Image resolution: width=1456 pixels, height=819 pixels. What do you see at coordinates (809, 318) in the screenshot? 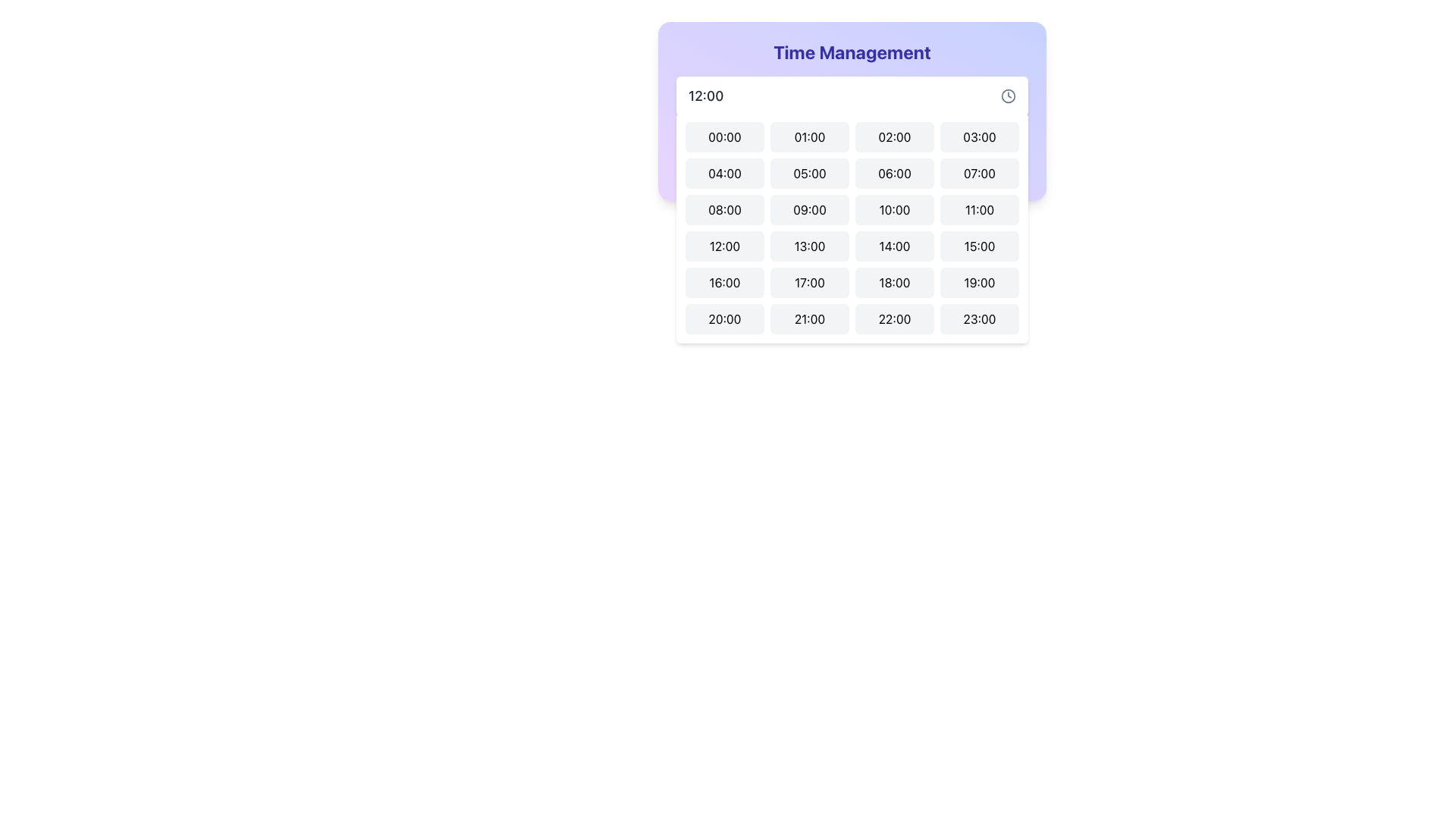
I see `the button that allows the user to select '21:00' in the 'Time Management' popup` at bounding box center [809, 318].